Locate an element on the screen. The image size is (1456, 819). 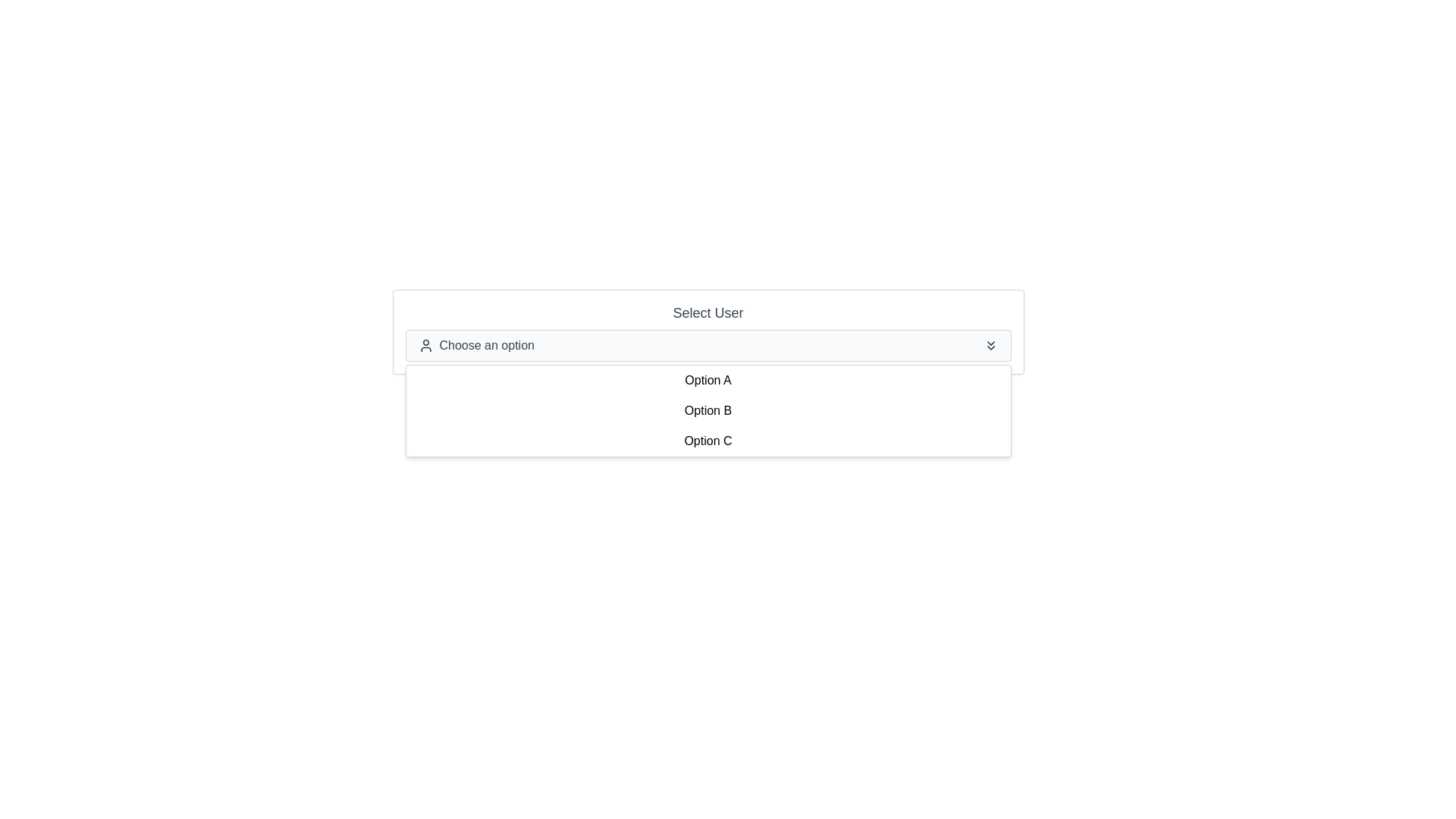
an option in the expanded dropdown menu below the 'Choose an option' button is located at coordinates (708, 411).